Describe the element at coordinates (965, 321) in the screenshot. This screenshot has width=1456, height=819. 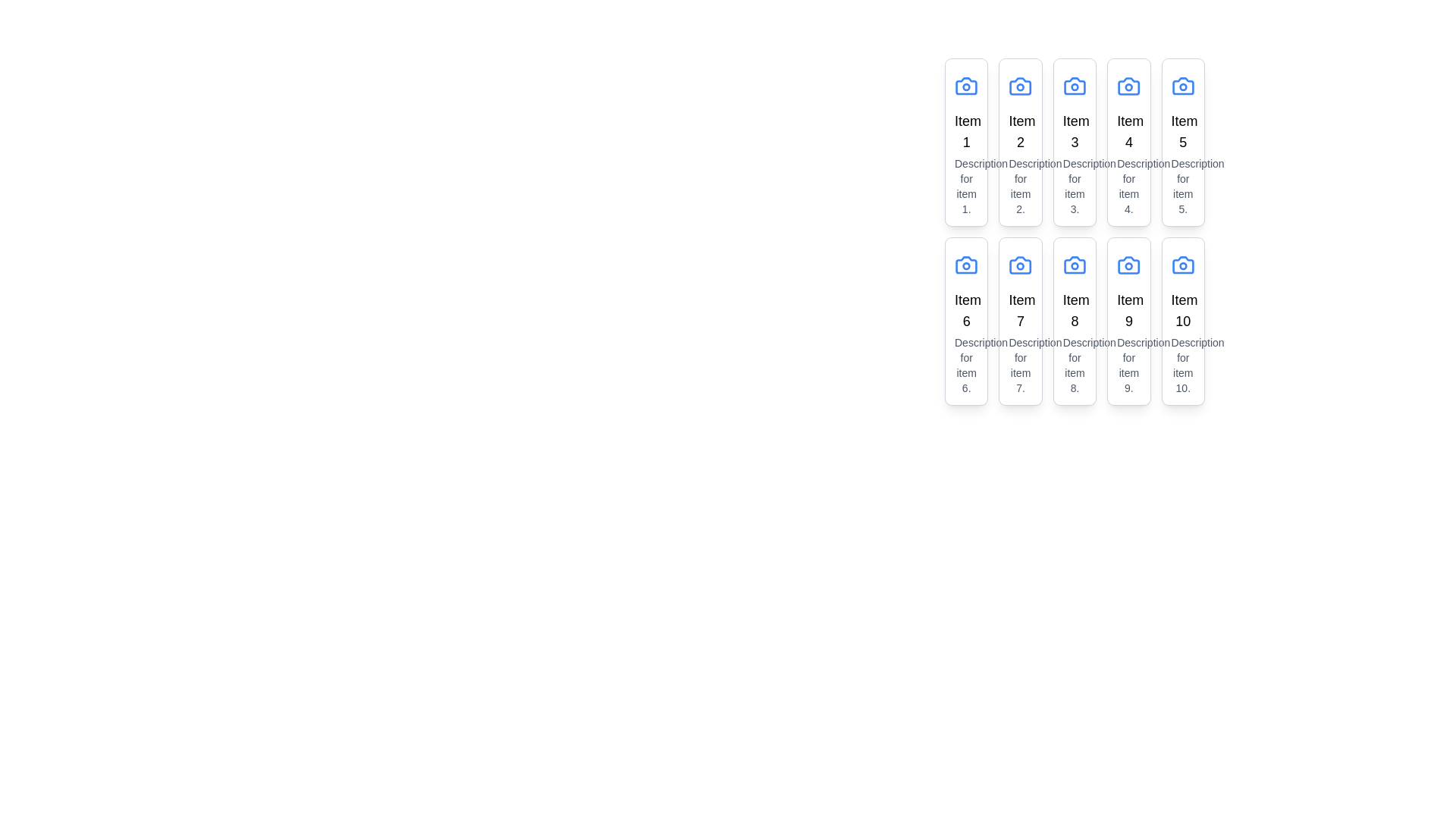
I see `the card representing 'Item 6' to observe styling effects, as it is positioned as the first item in the second row of a grid layout` at that location.